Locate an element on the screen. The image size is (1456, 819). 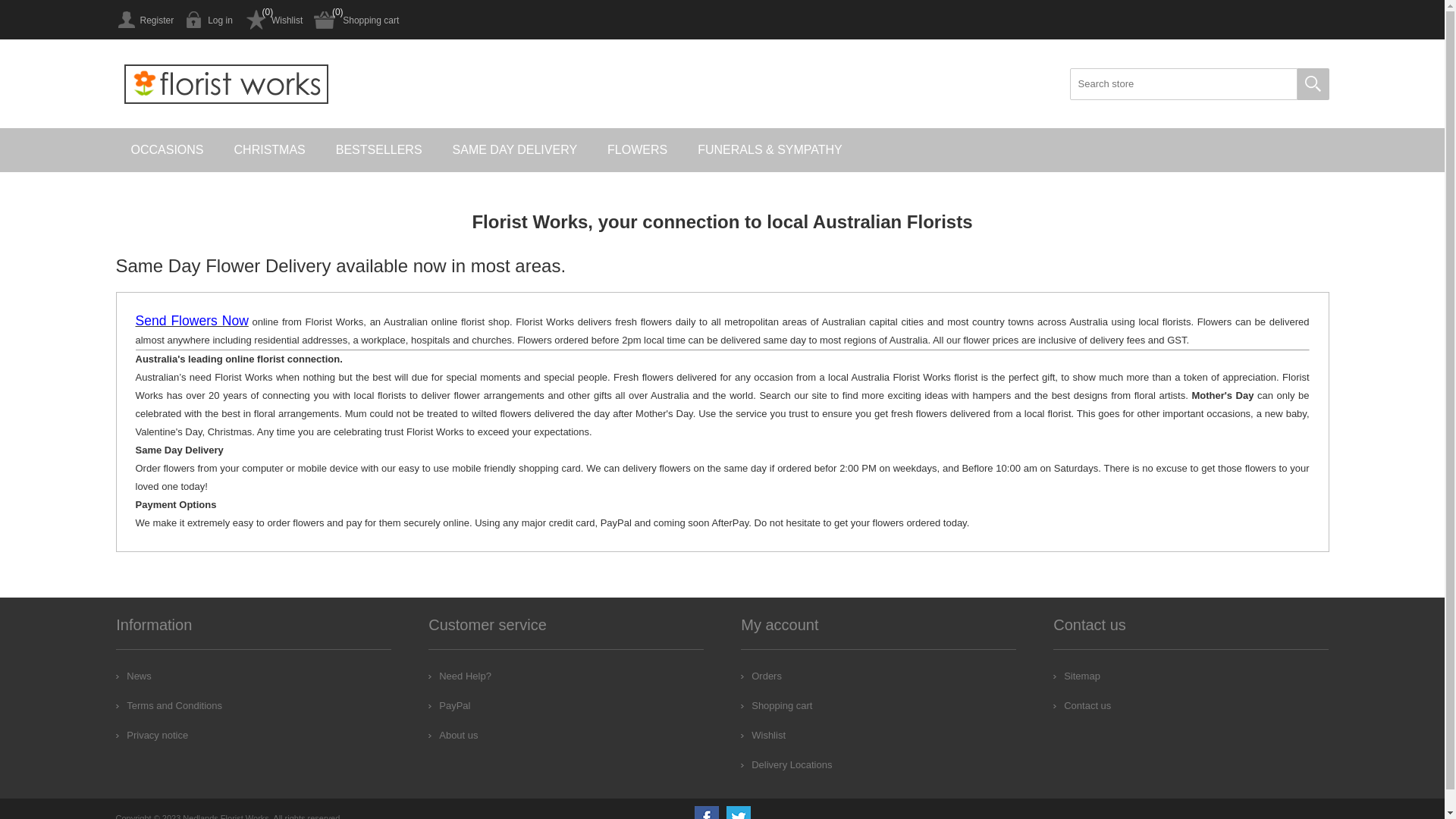
'Log in' is located at coordinates (208, 20).